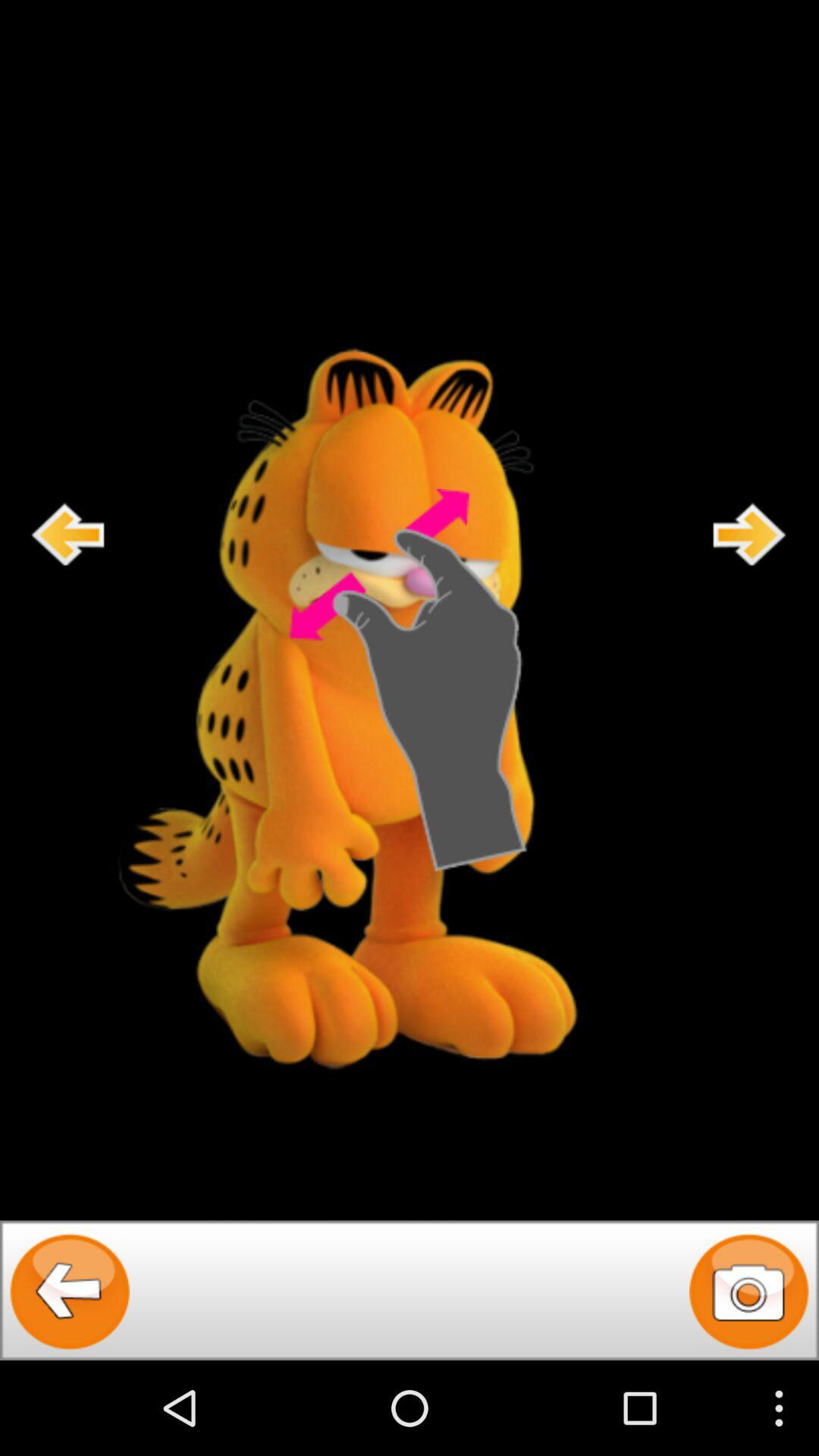 This screenshot has height=1456, width=819. I want to click on take a picture, so click(748, 1289).